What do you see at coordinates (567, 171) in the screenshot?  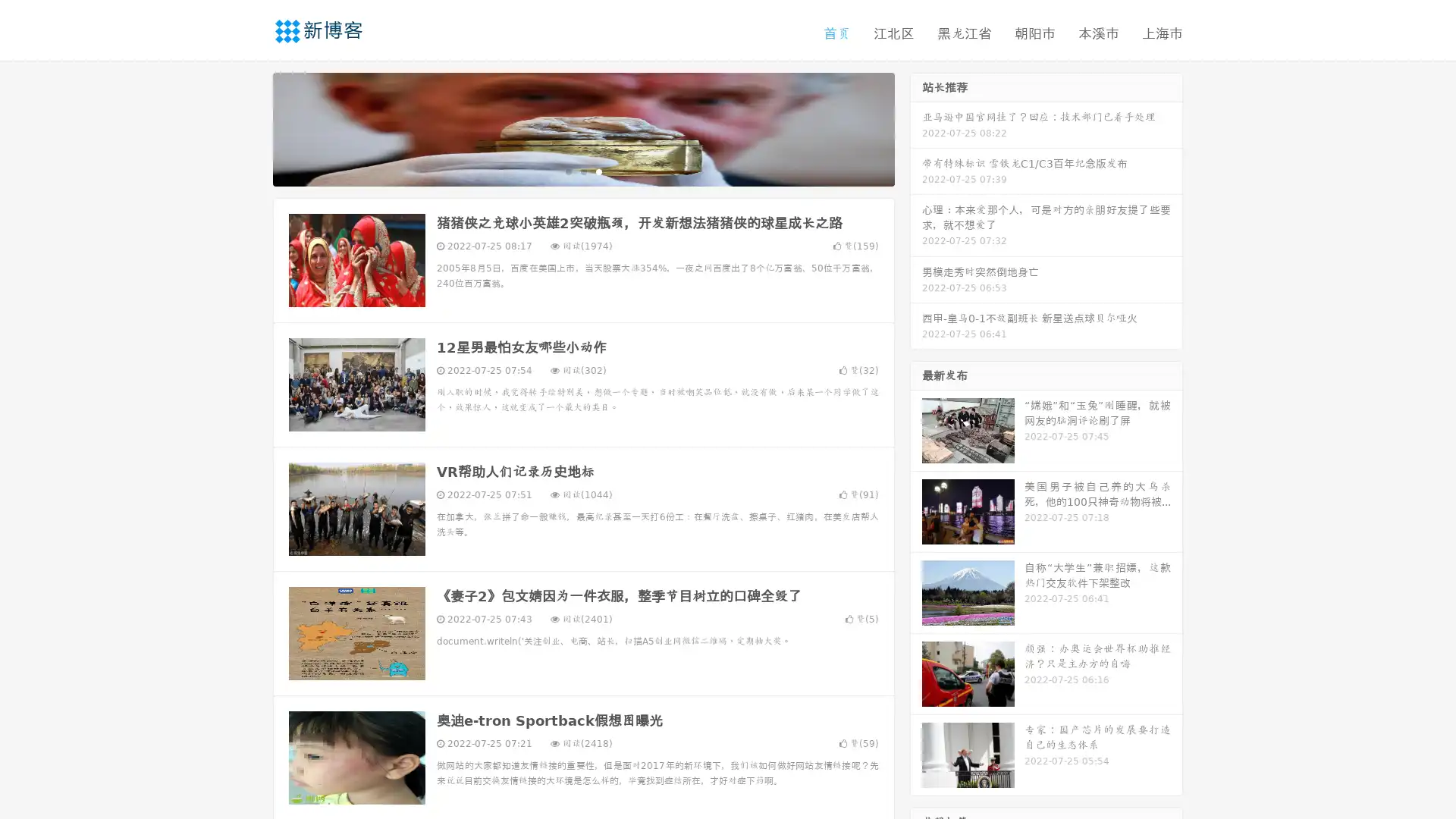 I see `Go to slide 1` at bounding box center [567, 171].